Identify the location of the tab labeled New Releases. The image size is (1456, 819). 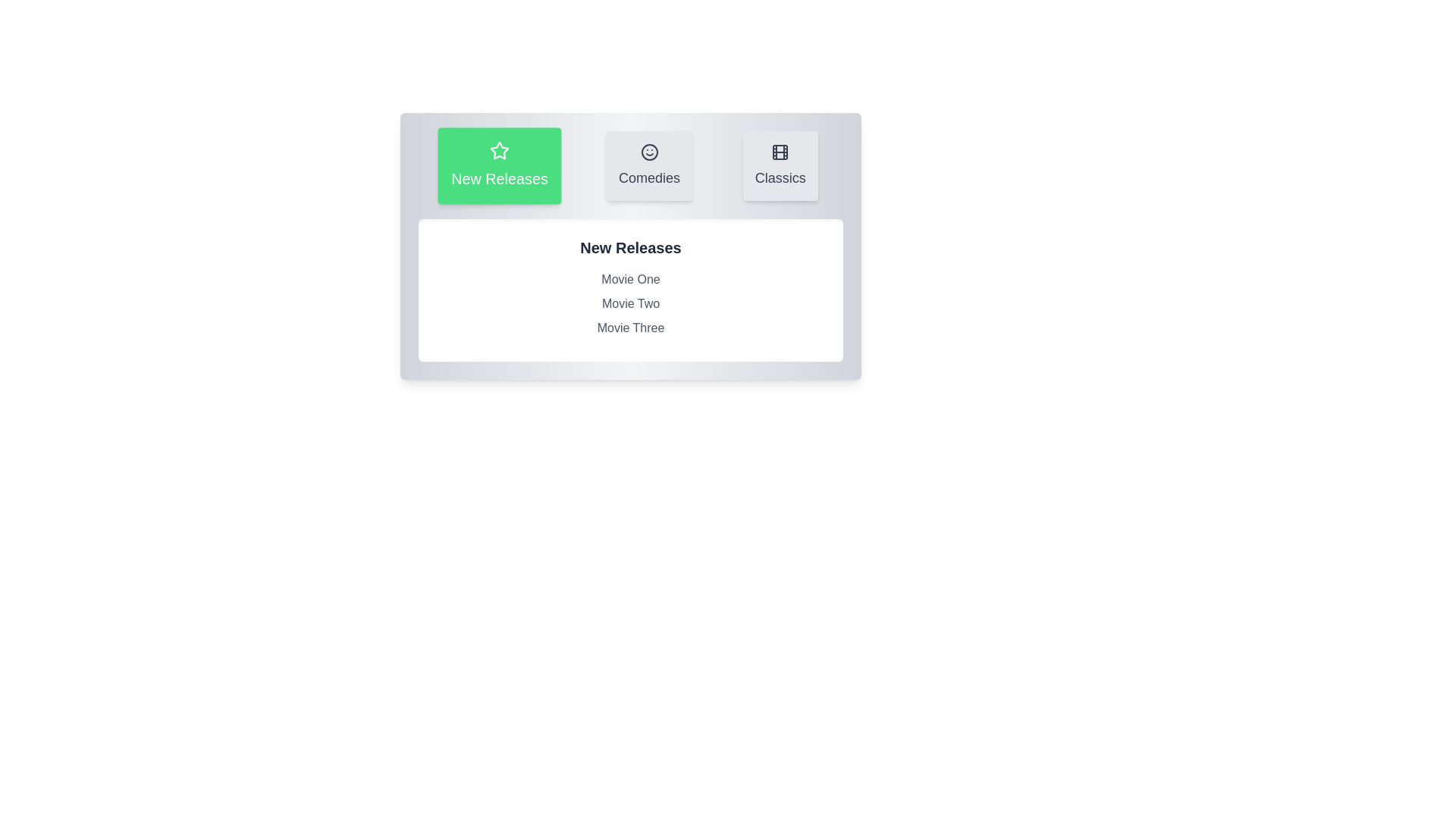
(500, 166).